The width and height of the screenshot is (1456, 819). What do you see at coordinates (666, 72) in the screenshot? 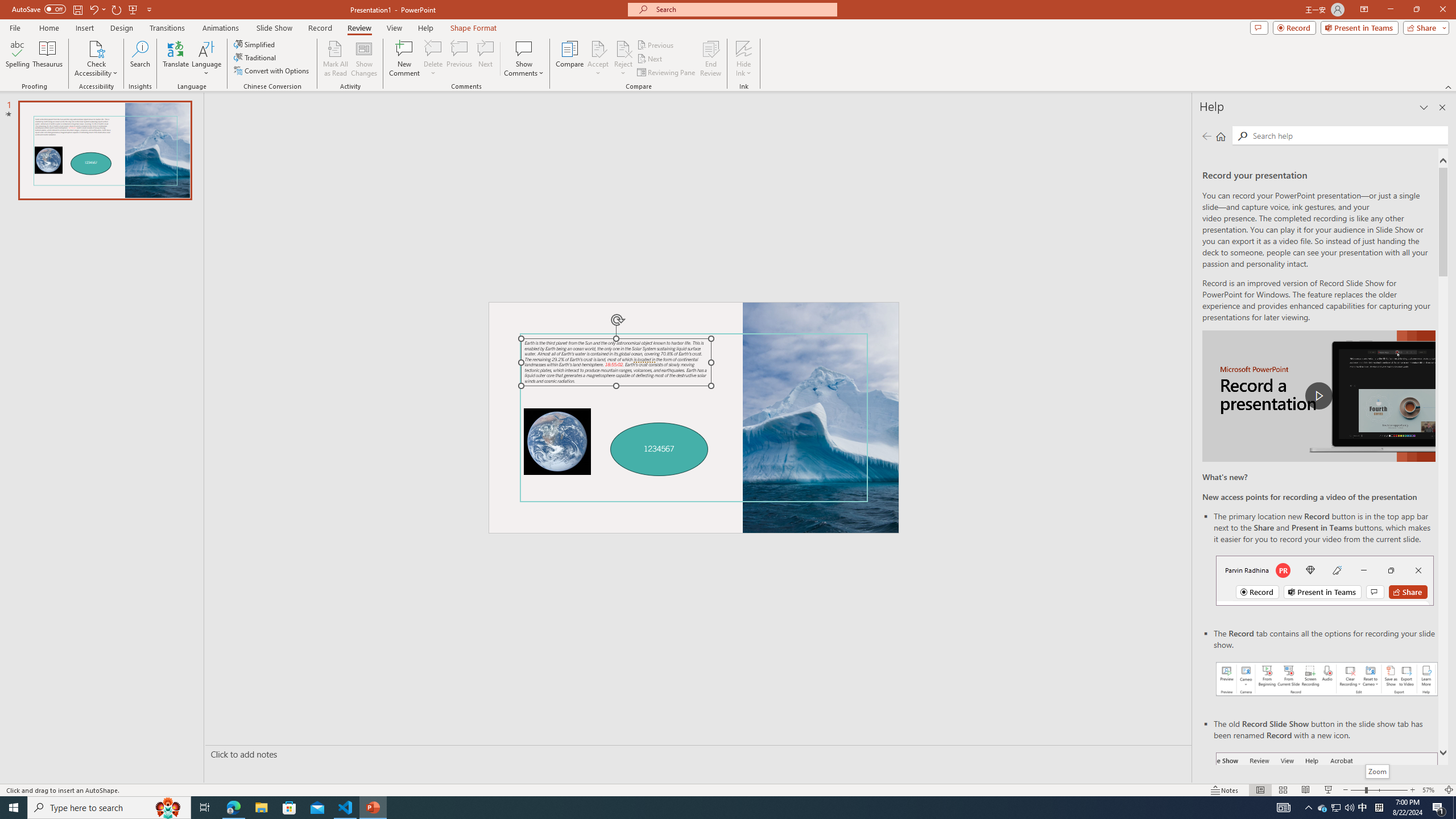
I see `'Reviewing Pane'` at bounding box center [666, 72].